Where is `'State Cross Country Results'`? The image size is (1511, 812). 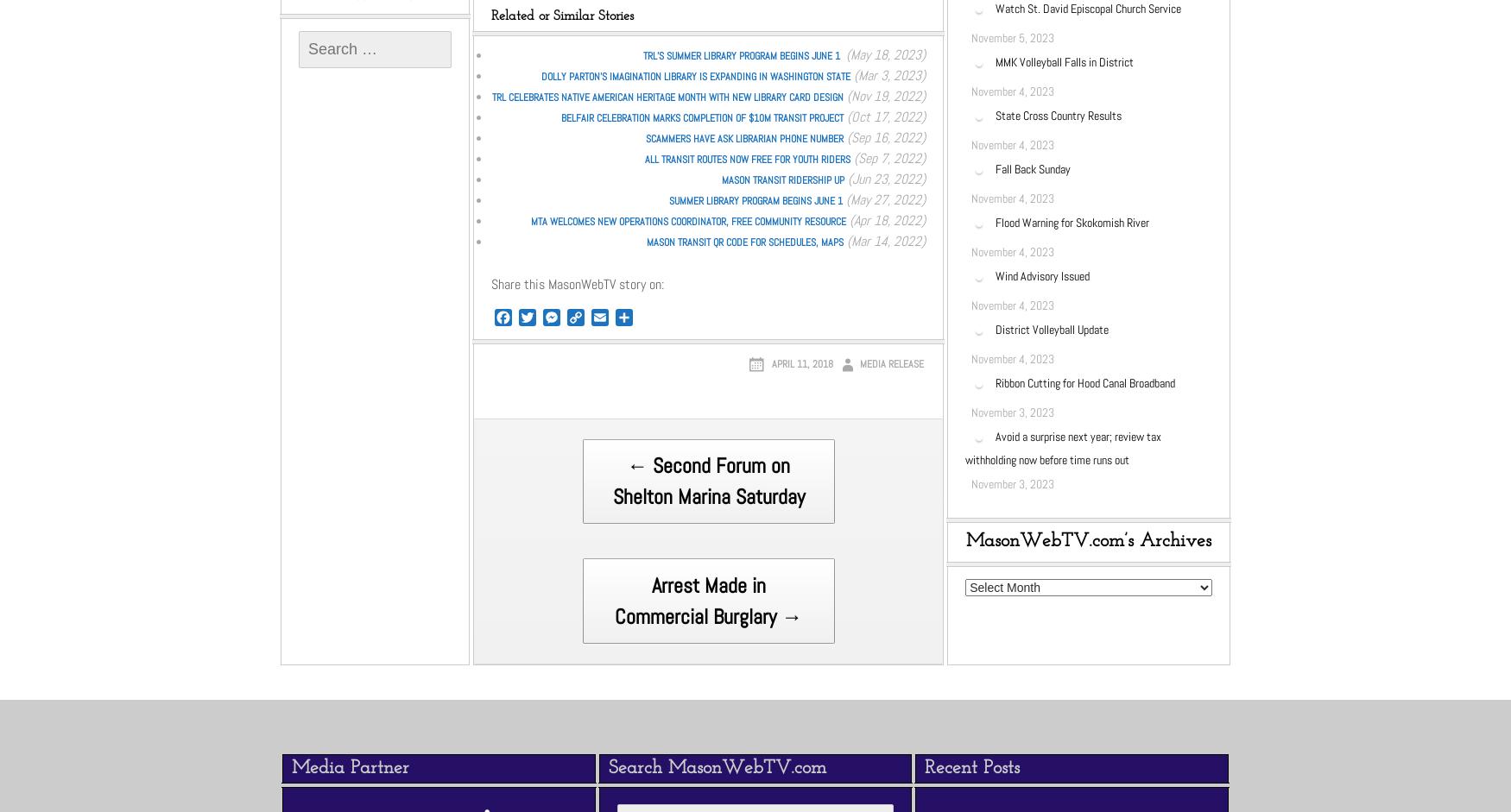 'State Cross Country Results' is located at coordinates (1059, 113).